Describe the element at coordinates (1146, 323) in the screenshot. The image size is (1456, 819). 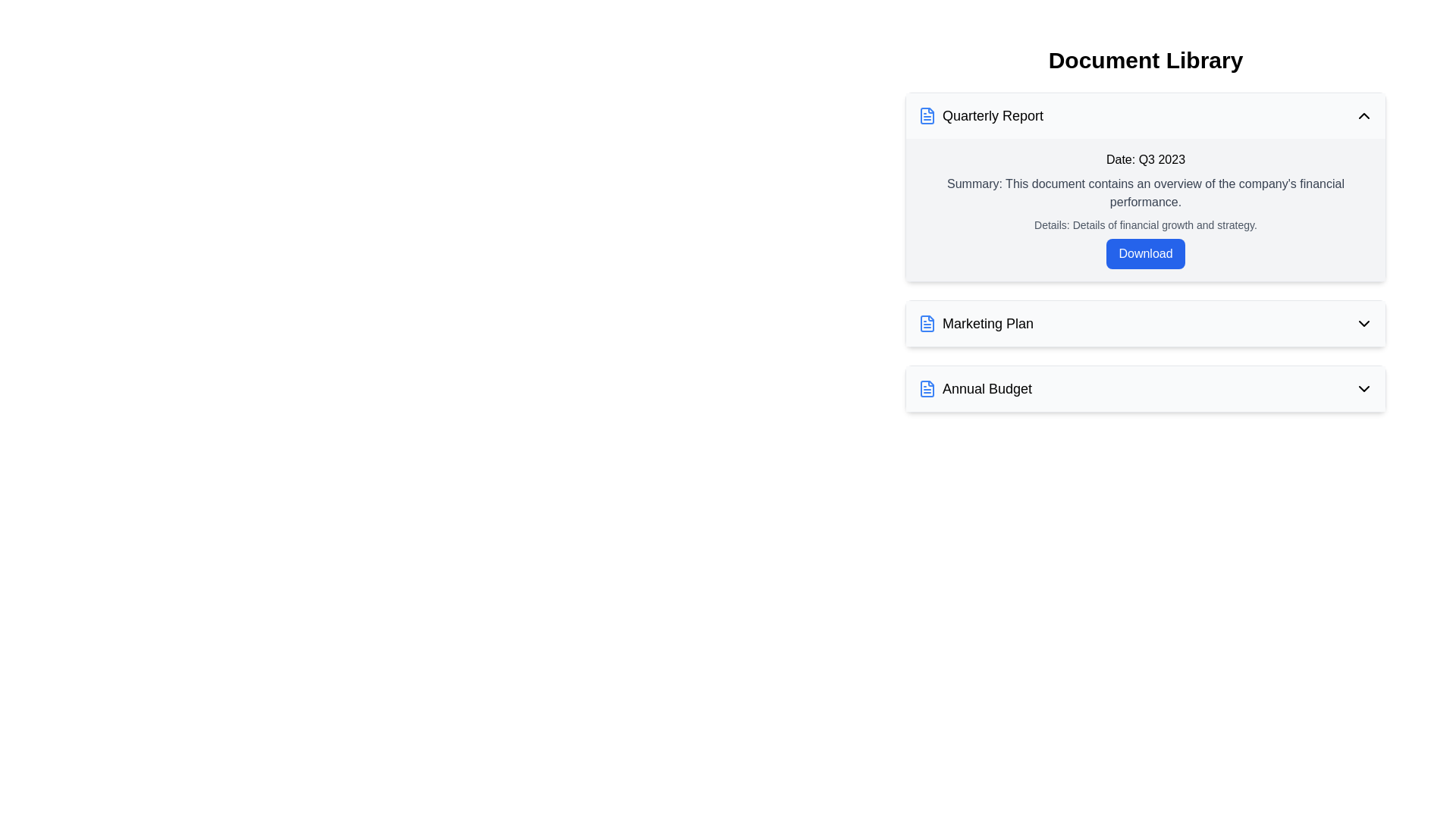
I see `the 'Marketing Plan' collapsible list item to trigger its hover state` at that location.